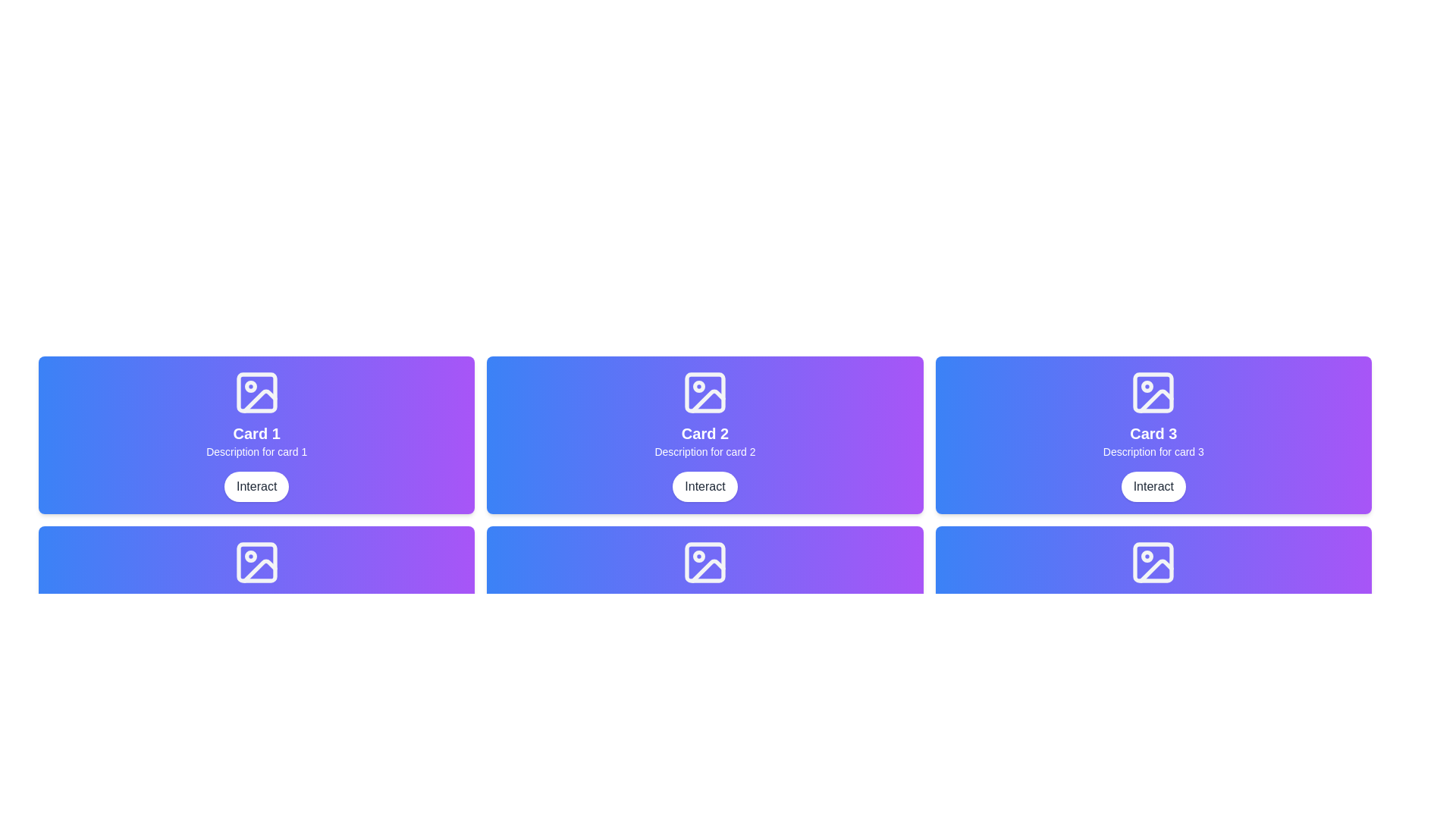 The image size is (1456, 819). Describe the element at coordinates (1147, 385) in the screenshot. I see `the non-interactive decorative circle within the SVG-based icon located in the third card on the top row above the text 'Card 3'` at that location.